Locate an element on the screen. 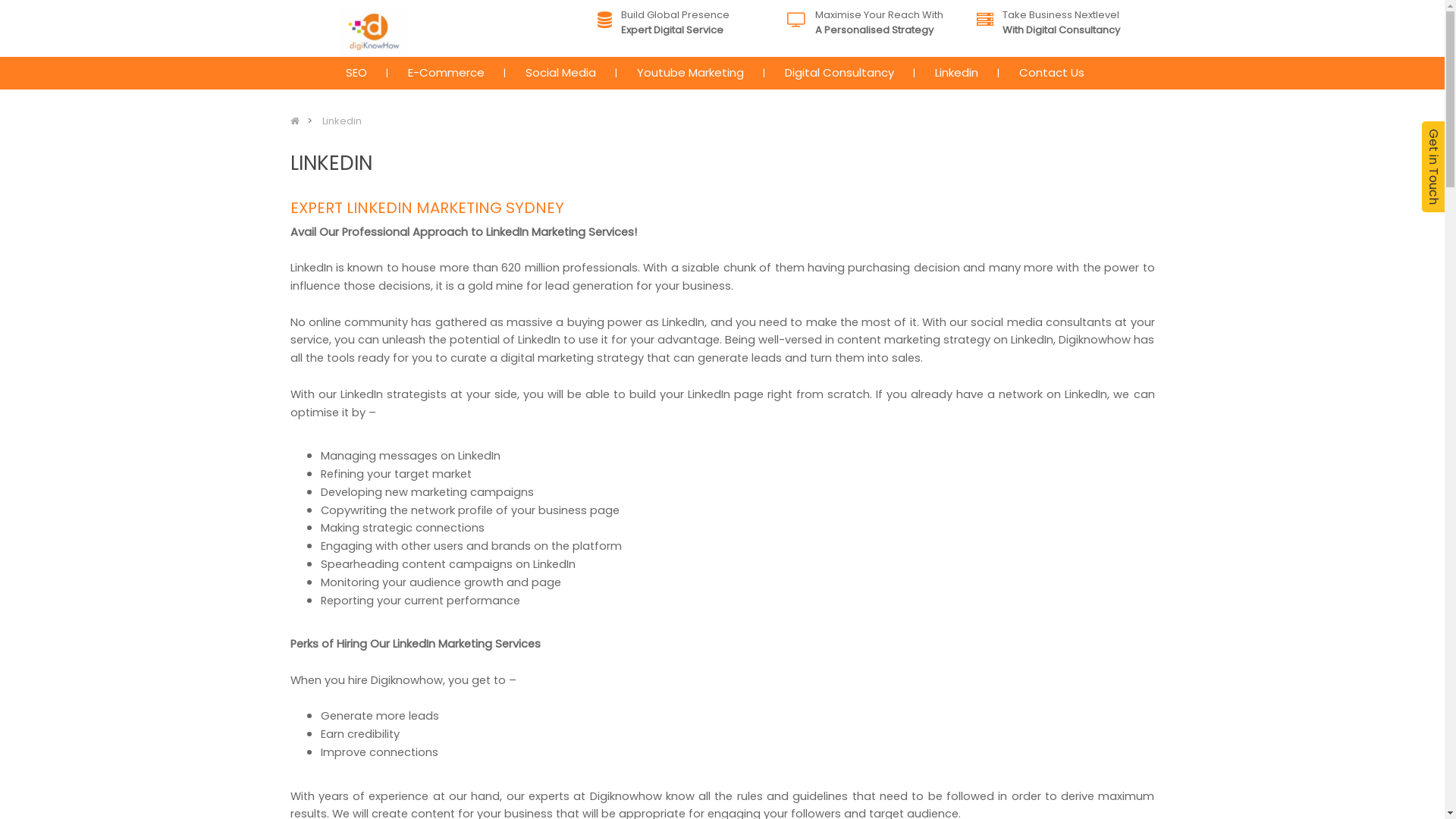  'Get in Touch' is located at coordinates (1421, 166).